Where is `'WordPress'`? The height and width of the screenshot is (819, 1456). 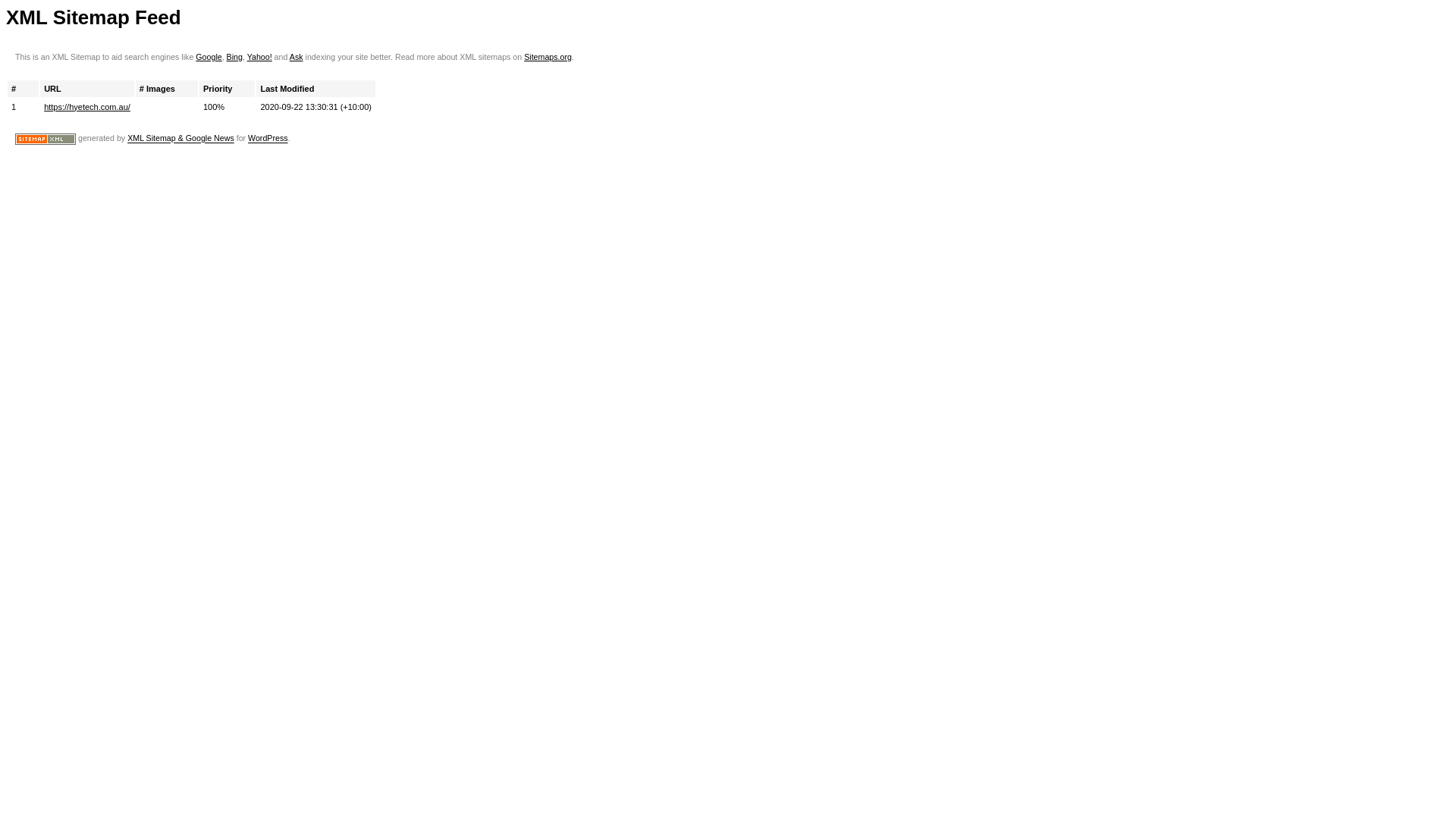 'WordPress' is located at coordinates (247, 138).